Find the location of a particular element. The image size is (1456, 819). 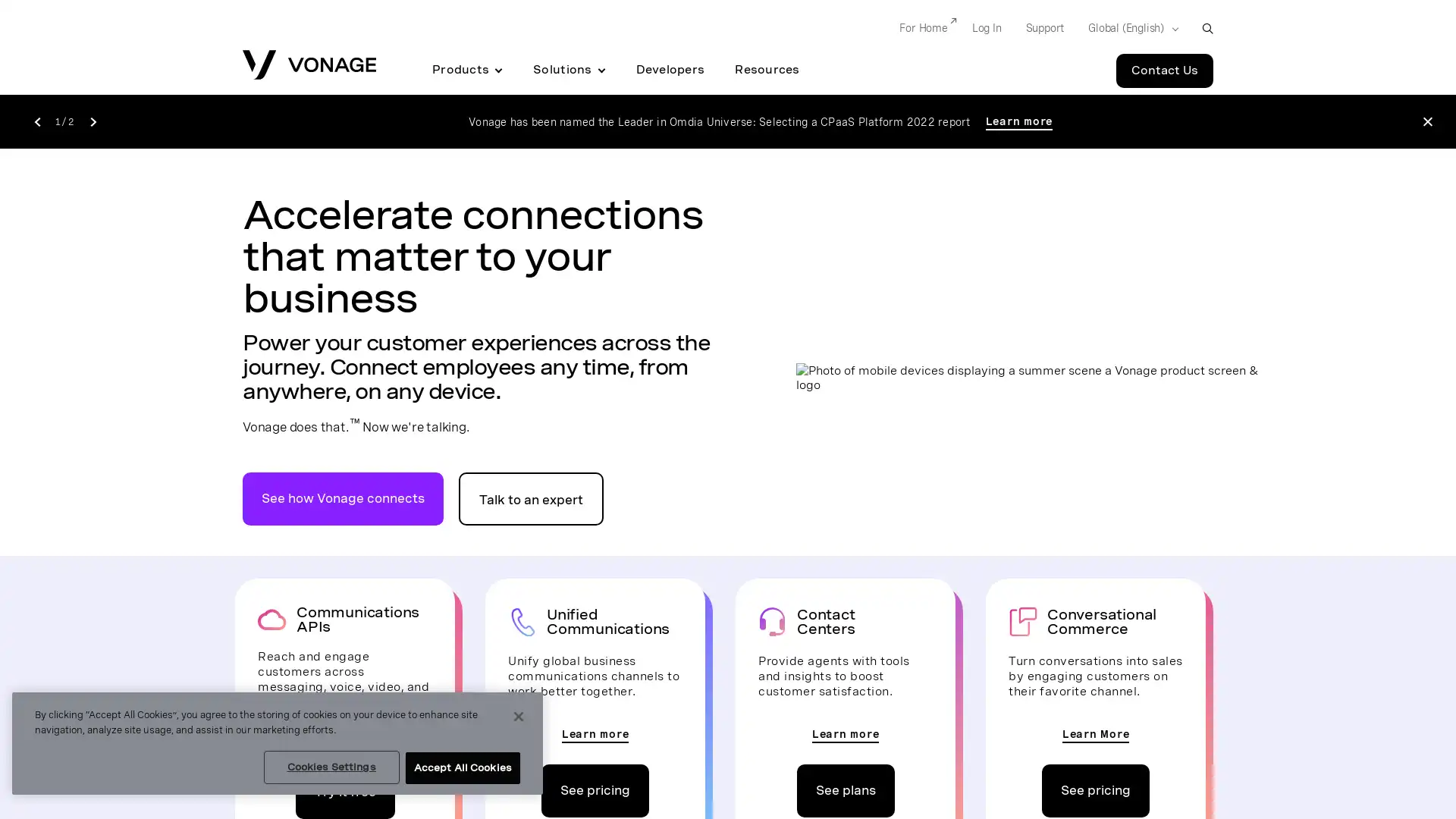

Accept All Cookies is located at coordinates (461, 768).